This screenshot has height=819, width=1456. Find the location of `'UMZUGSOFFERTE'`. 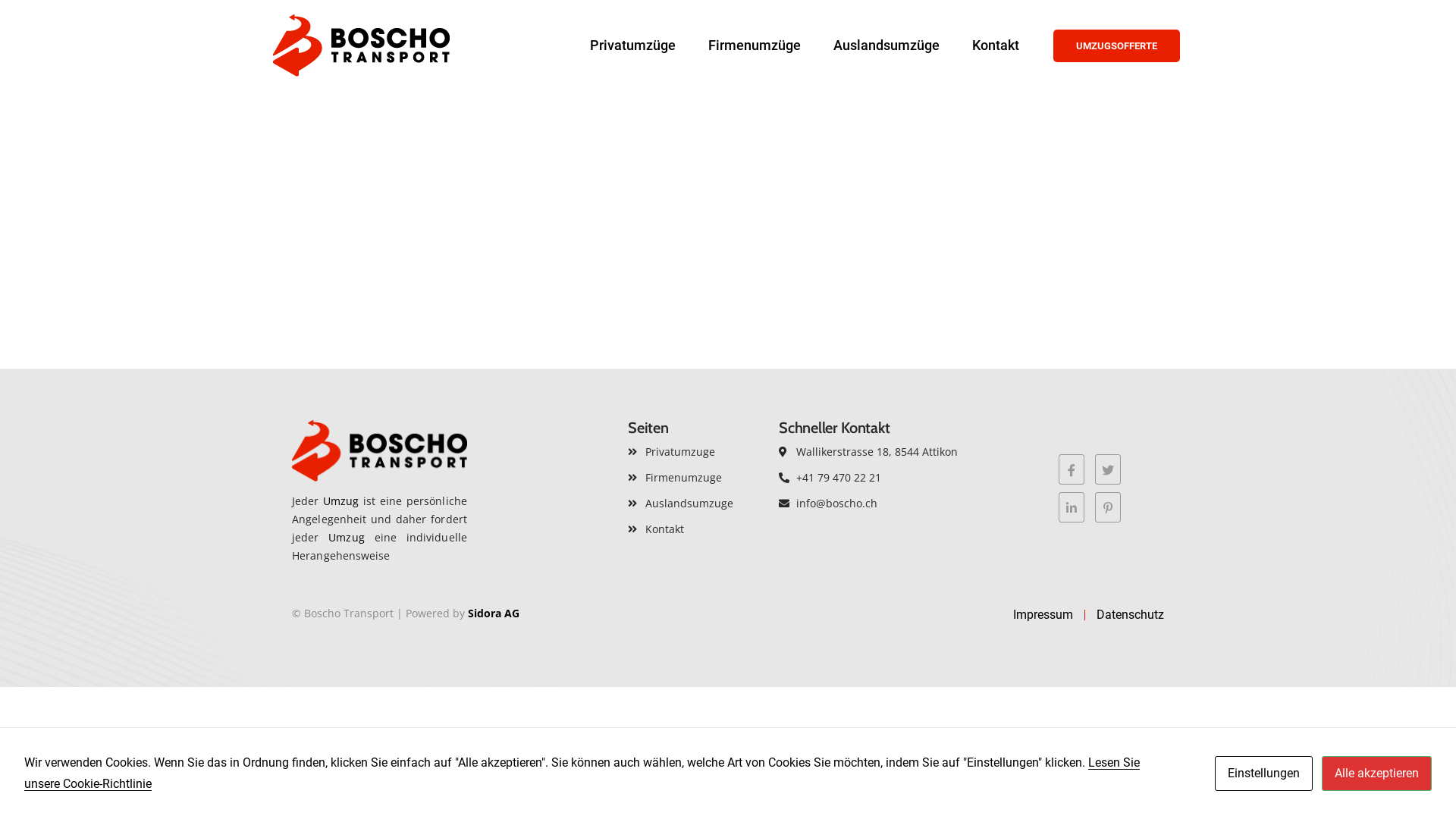

'UMZUGSOFFERTE' is located at coordinates (1116, 44).